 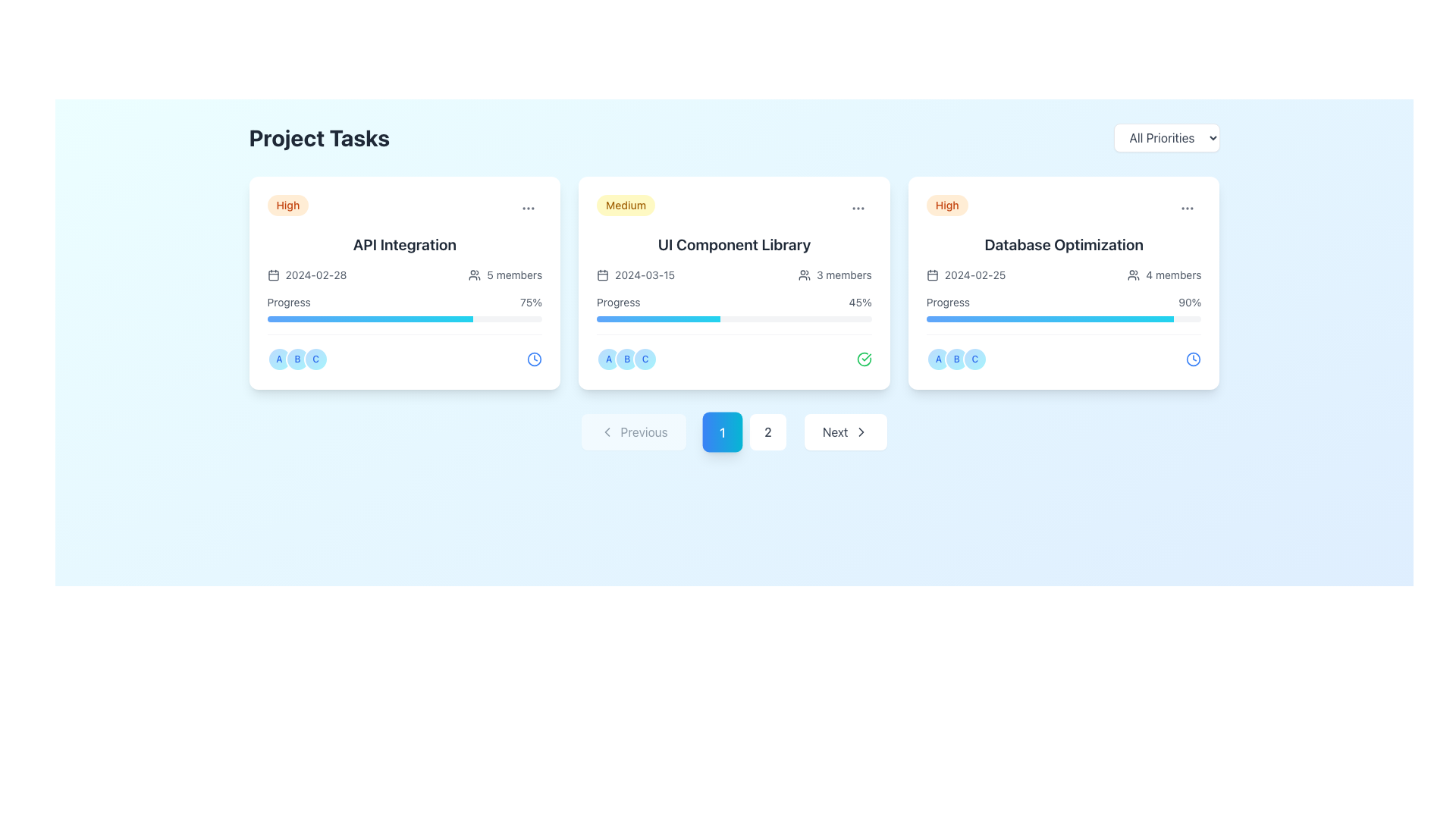 What do you see at coordinates (734, 308) in the screenshot?
I see `the progress value displayed in the Progress bar located within the 'UI Component Library' card, positioned below the date and member count information` at bounding box center [734, 308].